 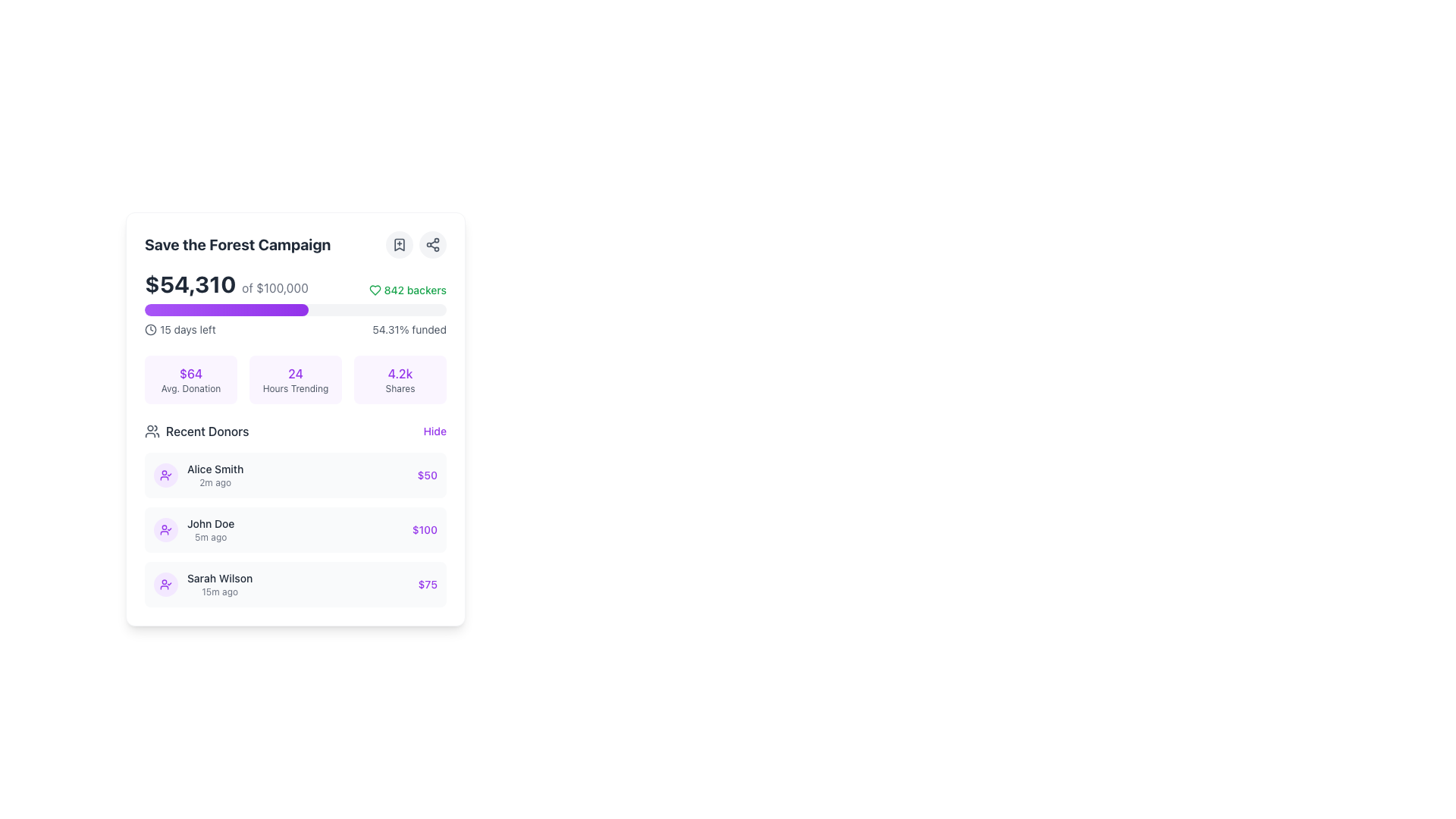 What do you see at coordinates (400, 379) in the screenshot?
I see `the Display card containing the numerical value '4.2k' and the text 'Shares', which is located in the rightmost column of the layout and has a light purple background` at bounding box center [400, 379].